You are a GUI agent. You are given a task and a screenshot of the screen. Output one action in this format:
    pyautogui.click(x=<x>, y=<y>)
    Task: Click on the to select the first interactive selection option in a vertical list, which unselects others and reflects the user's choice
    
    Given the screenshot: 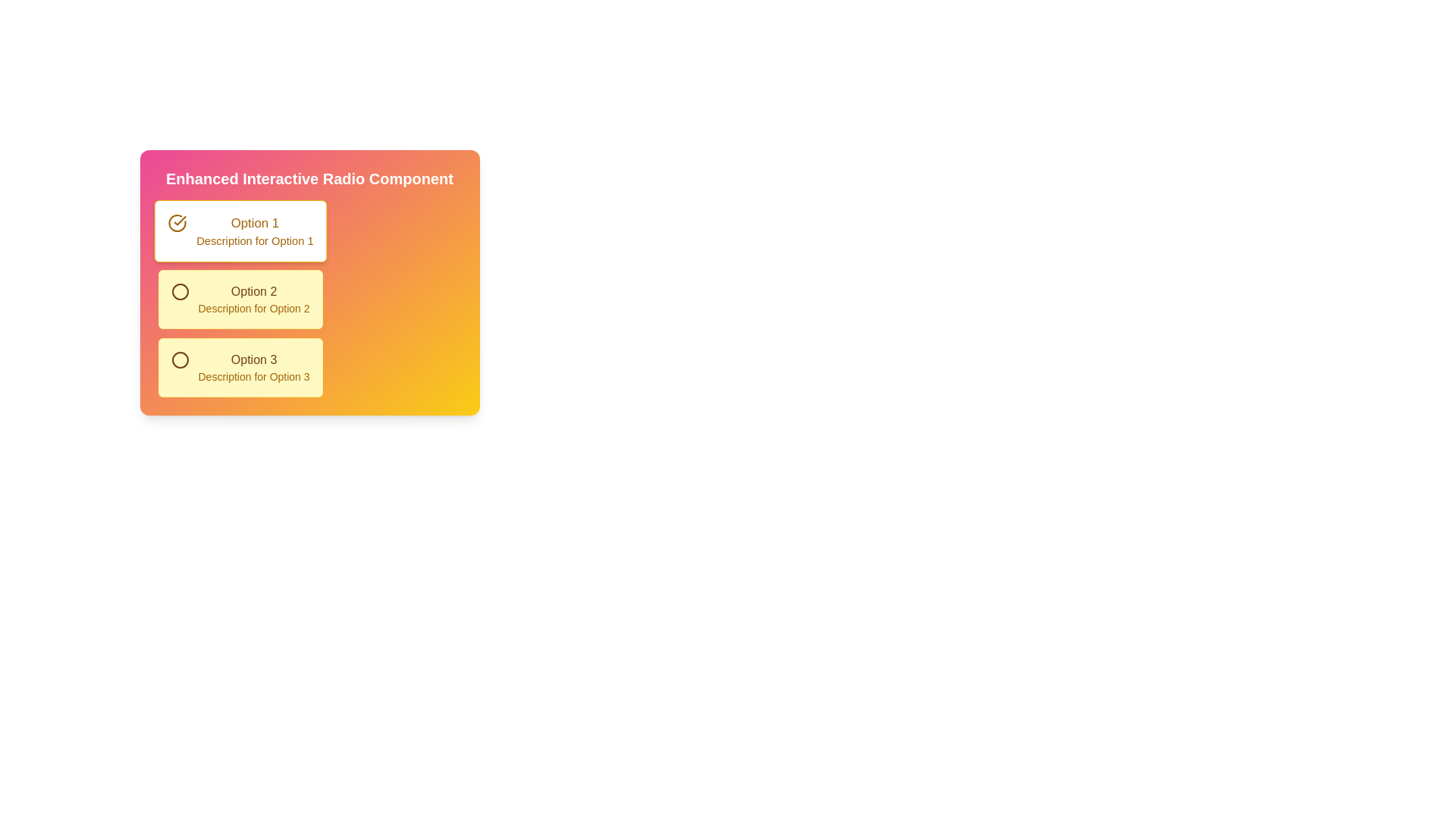 What is the action you would take?
    pyautogui.click(x=239, y=231)
    